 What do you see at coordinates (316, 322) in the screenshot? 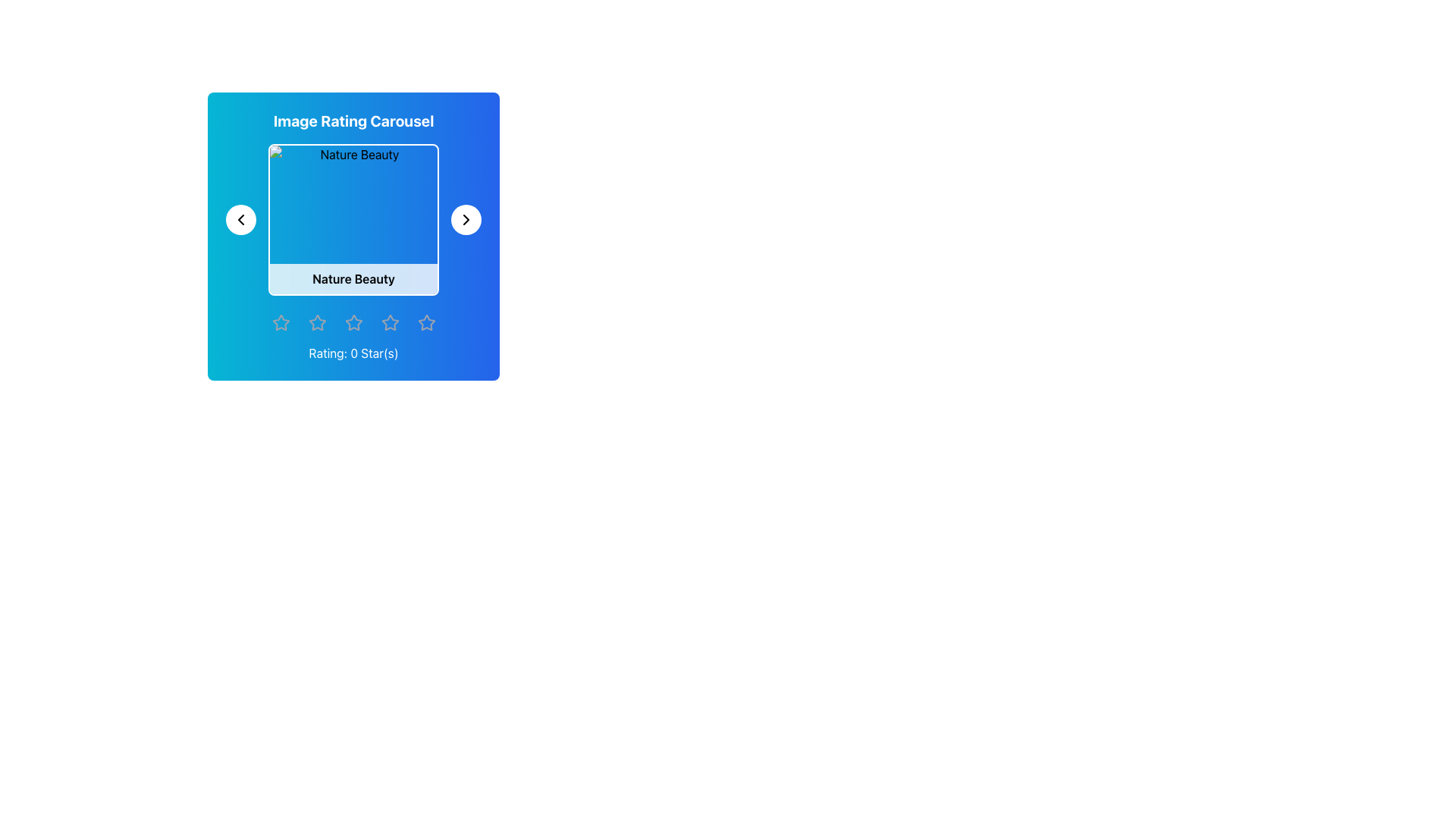
I see `the first star icon in the rating control group under the 'Nature Beauty' image` at bounding box center [316, 322].